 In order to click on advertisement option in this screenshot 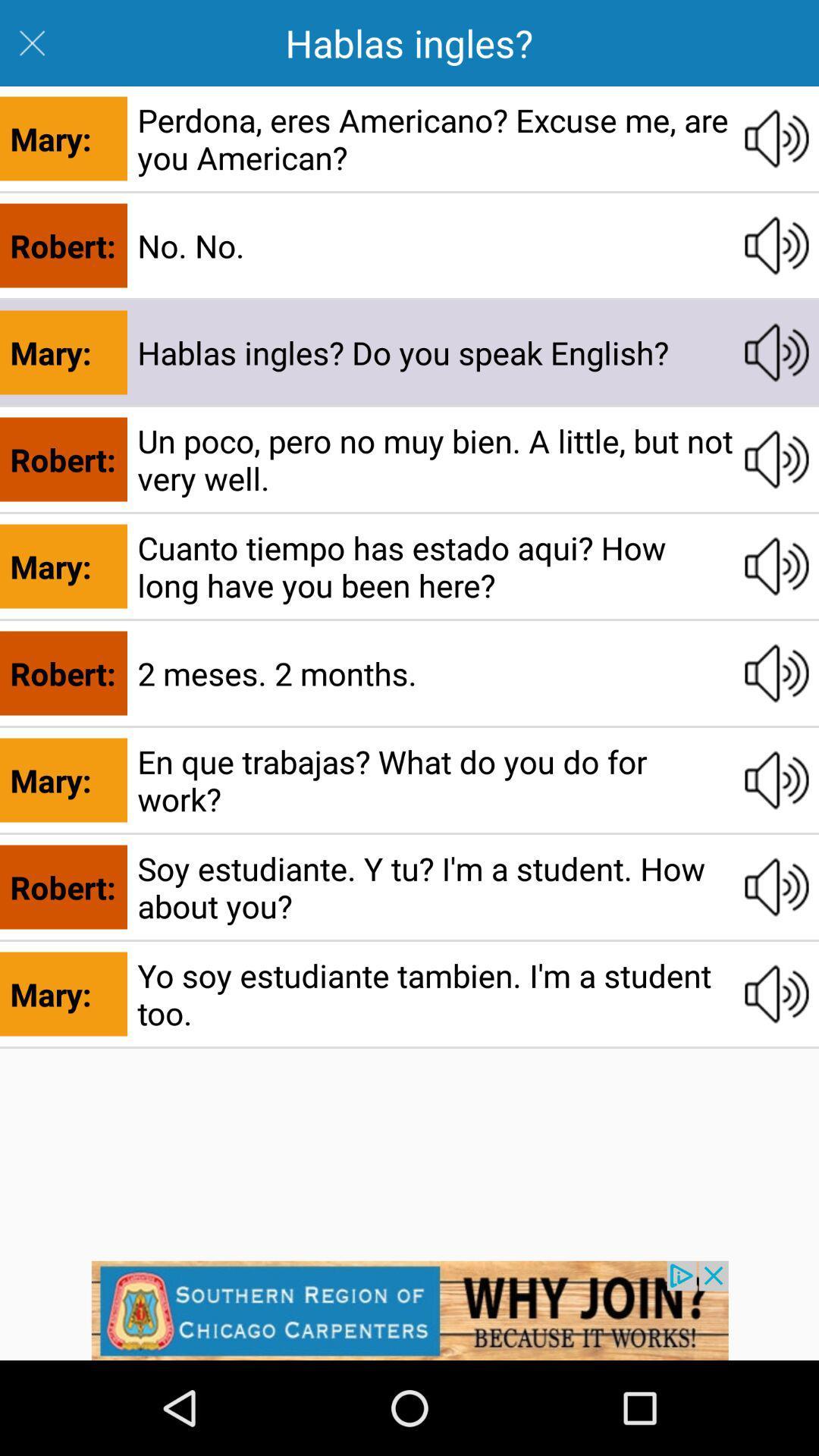, I will do `click(409, 1310)`.